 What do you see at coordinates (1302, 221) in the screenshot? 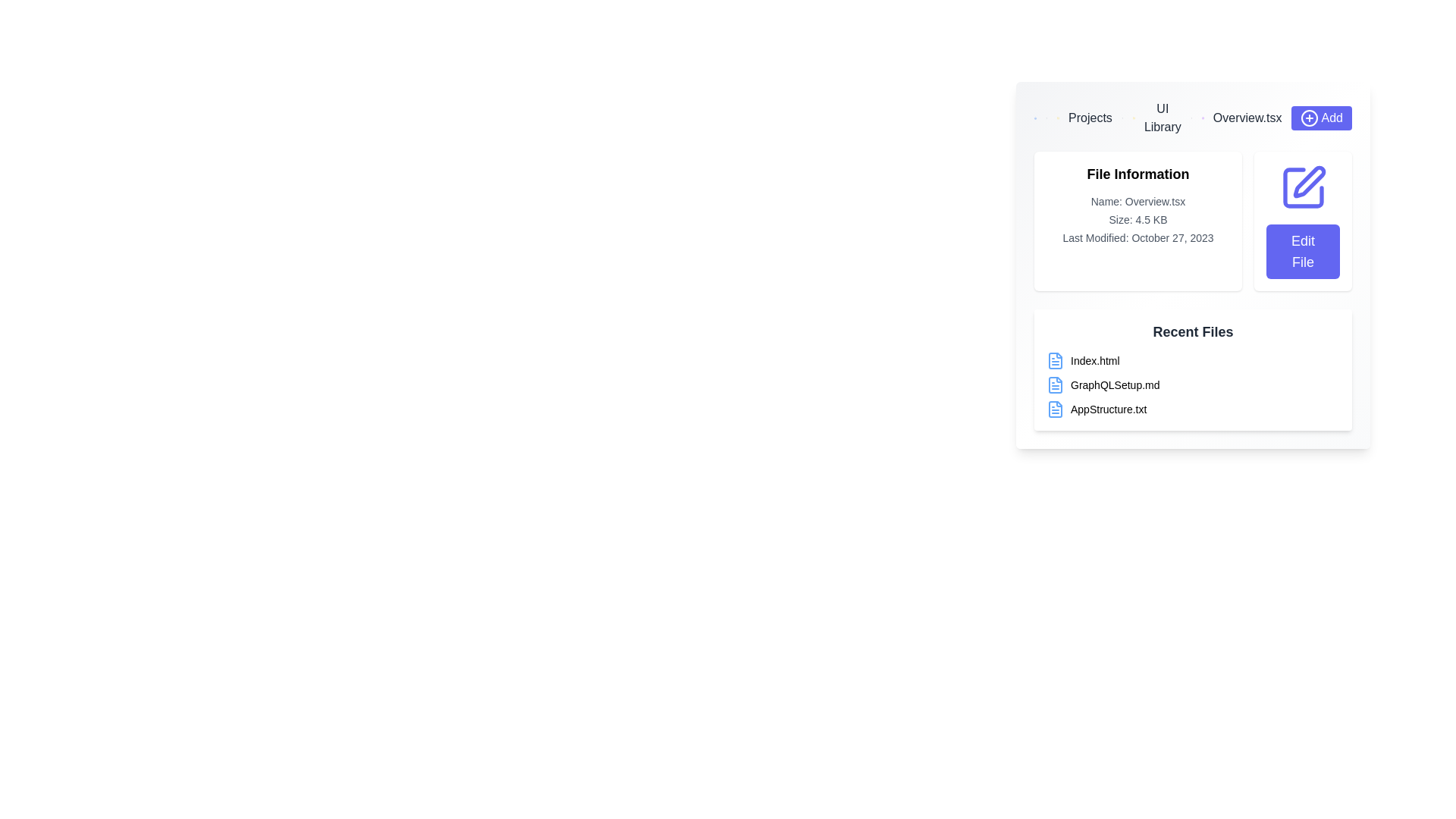
I see `the button that initiates the file editing process located in the right column of the 'File Information' section, above the 'Recent Files' section for keyboard navigation` at bounding box center [1302, 221].